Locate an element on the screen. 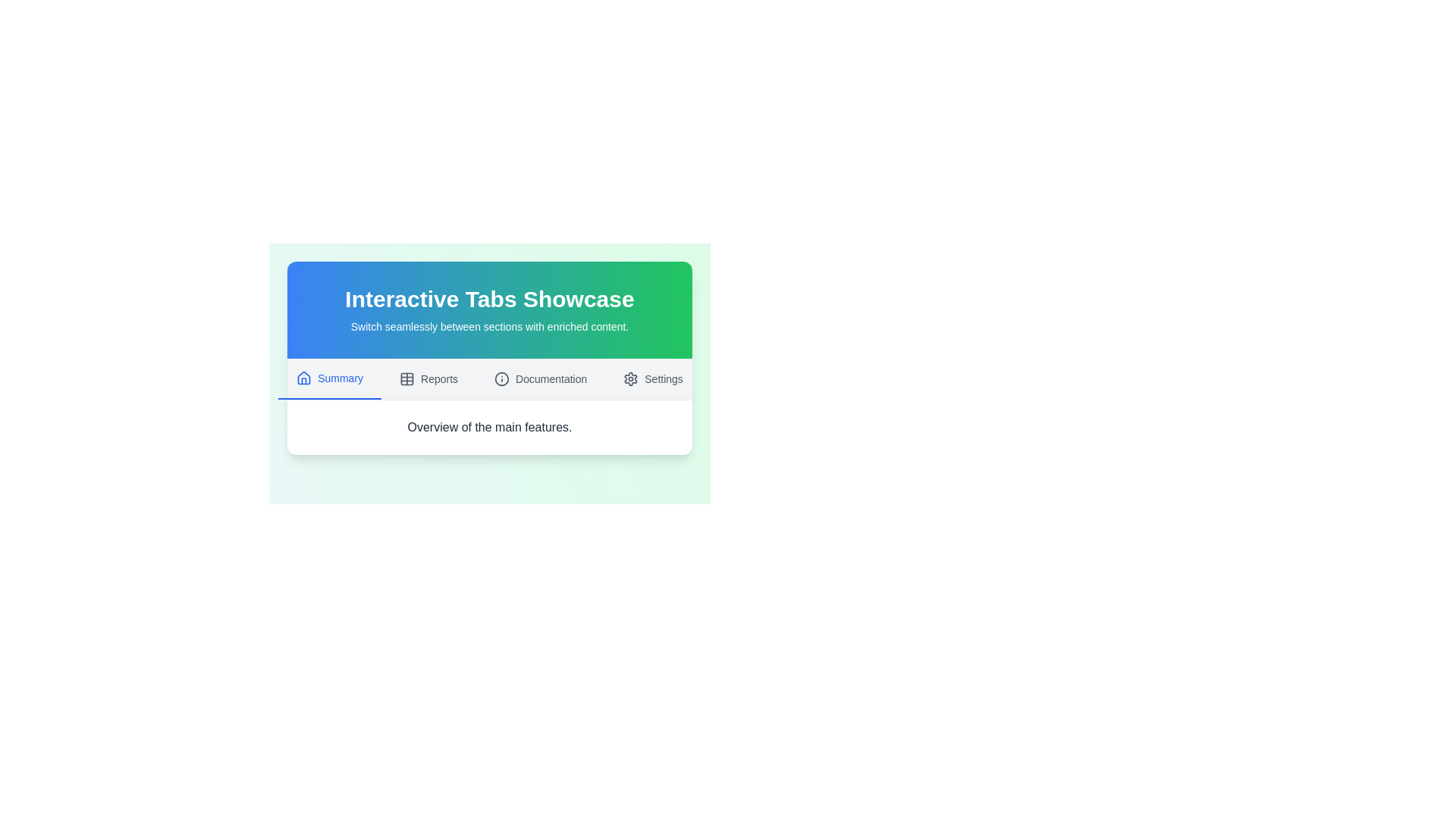 The image size is (1456, 819). the descriptive label located below the navigation bar, which provides an overview of the features discussed under the 'Summary' tab is located at coordinates (490, 427).